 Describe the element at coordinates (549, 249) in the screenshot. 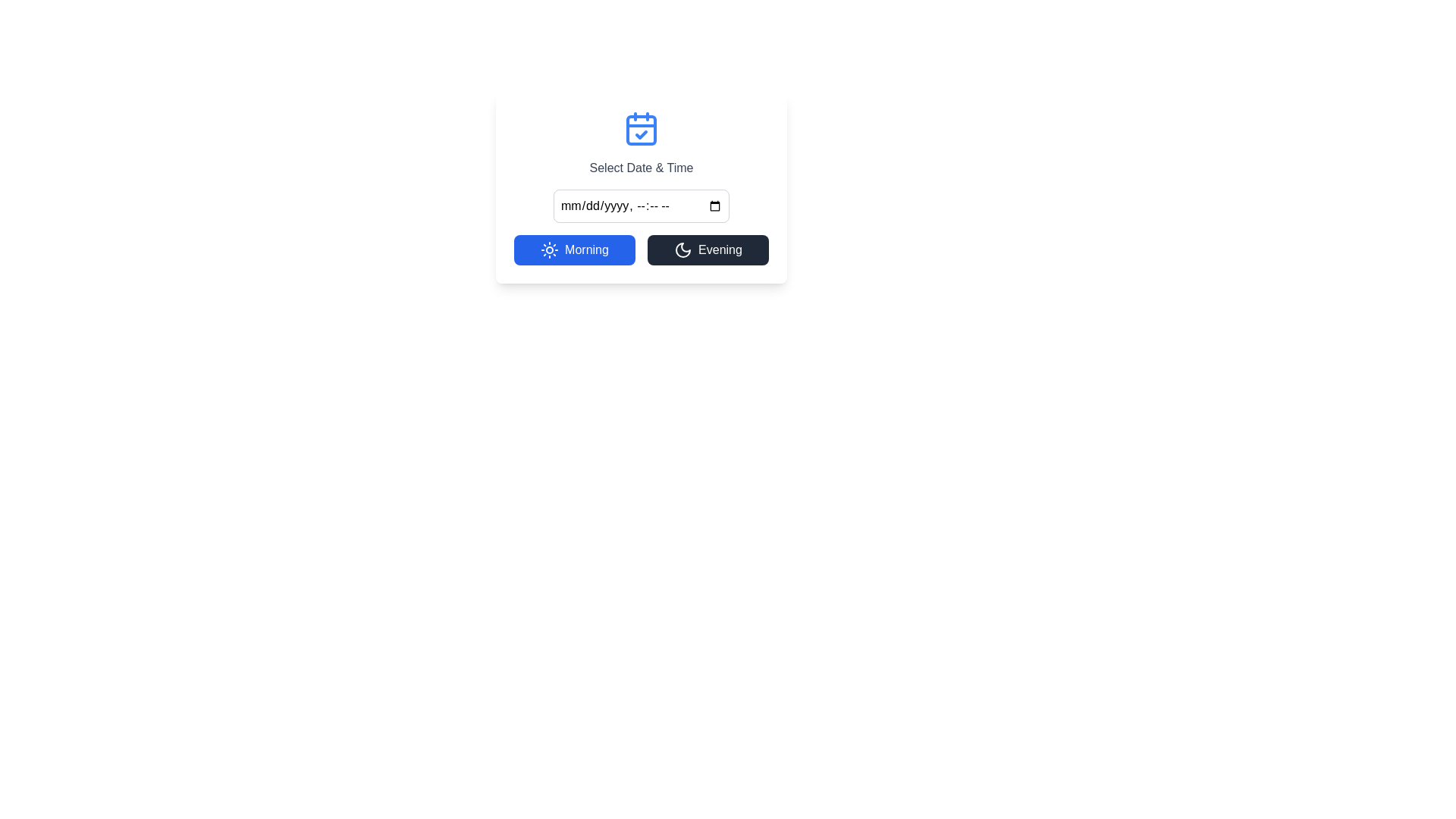

I see `the sun-shaped icon representing the 'Morning' selection option in the date and time picker located to the left of the text 'Morning' within the blue button` at that location.